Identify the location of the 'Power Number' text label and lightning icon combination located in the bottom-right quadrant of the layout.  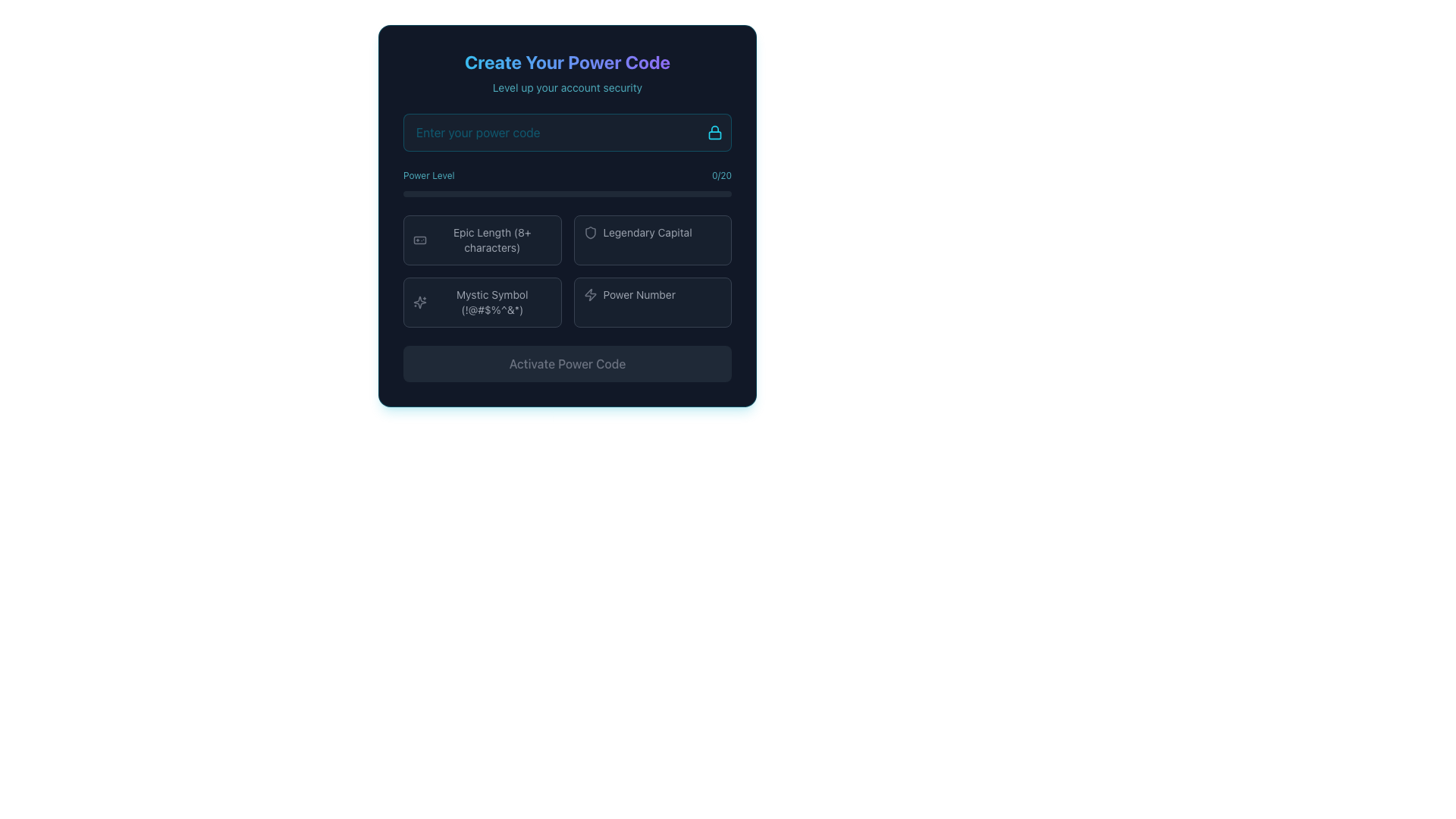
(652, 295).